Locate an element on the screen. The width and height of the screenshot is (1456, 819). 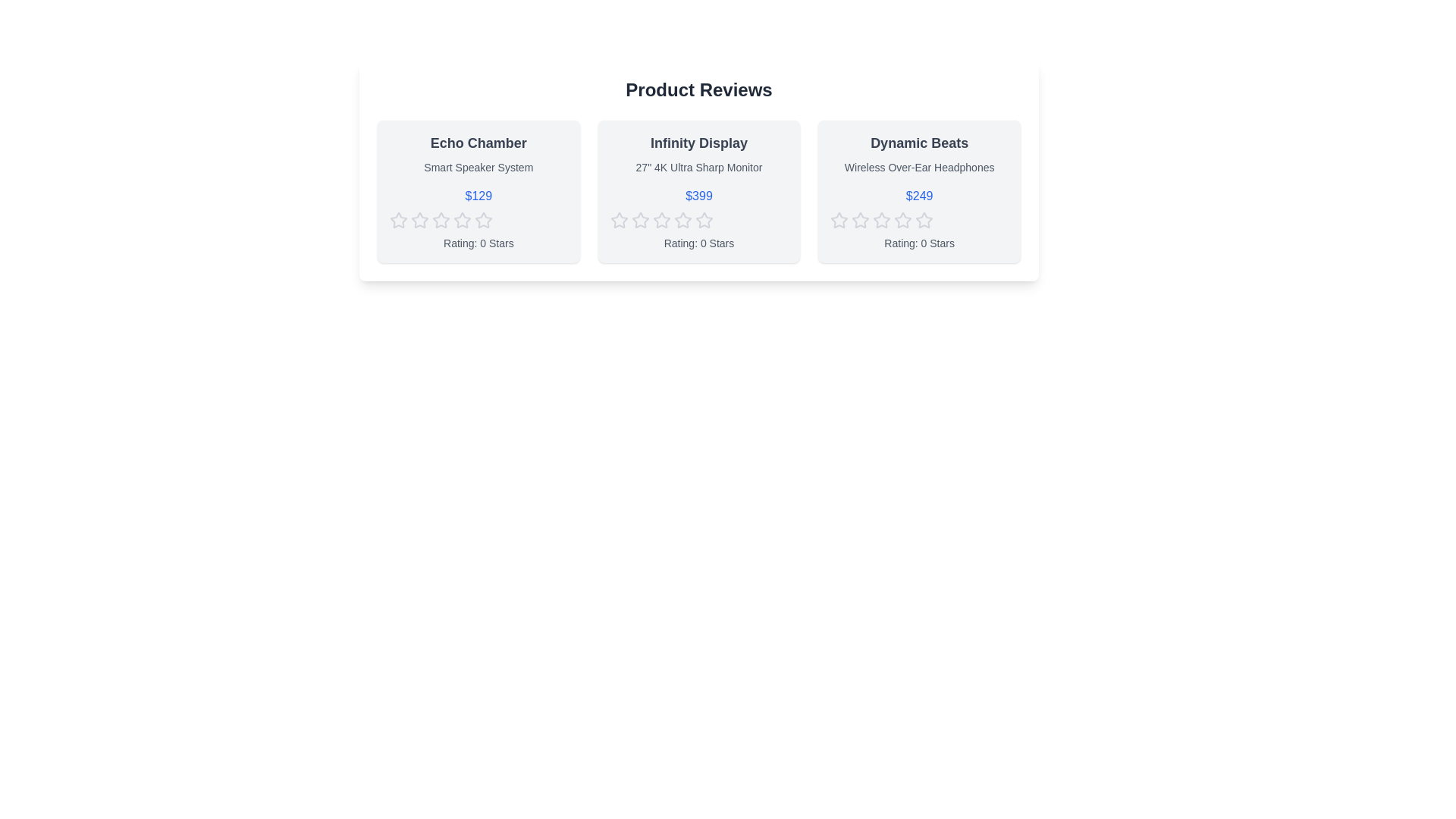
the fourth star icon, which is a hollow outline star with a light gray stroke is located at coordinates (703, 220).